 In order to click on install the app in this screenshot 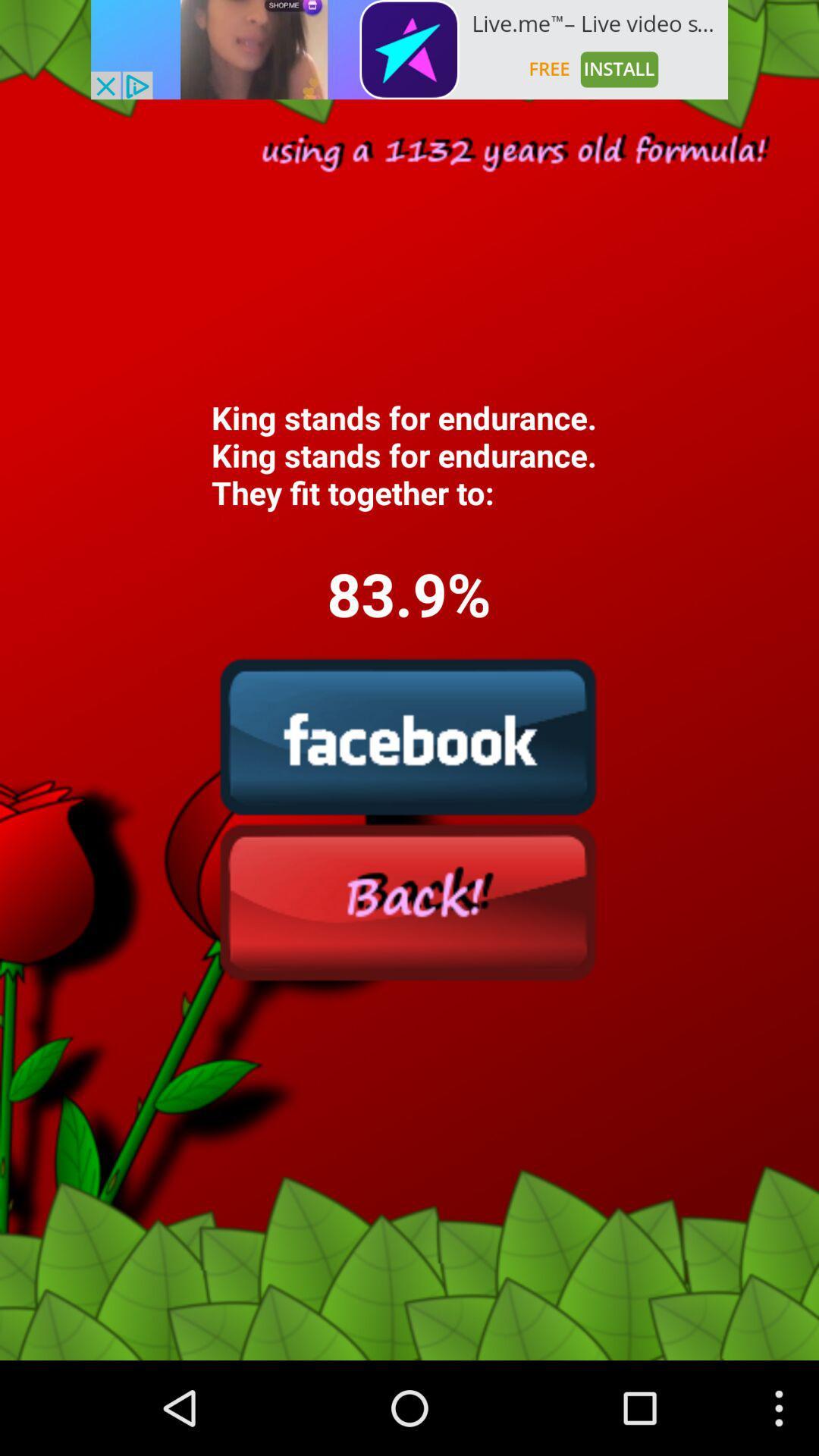, I will do `click(409, 49)`.